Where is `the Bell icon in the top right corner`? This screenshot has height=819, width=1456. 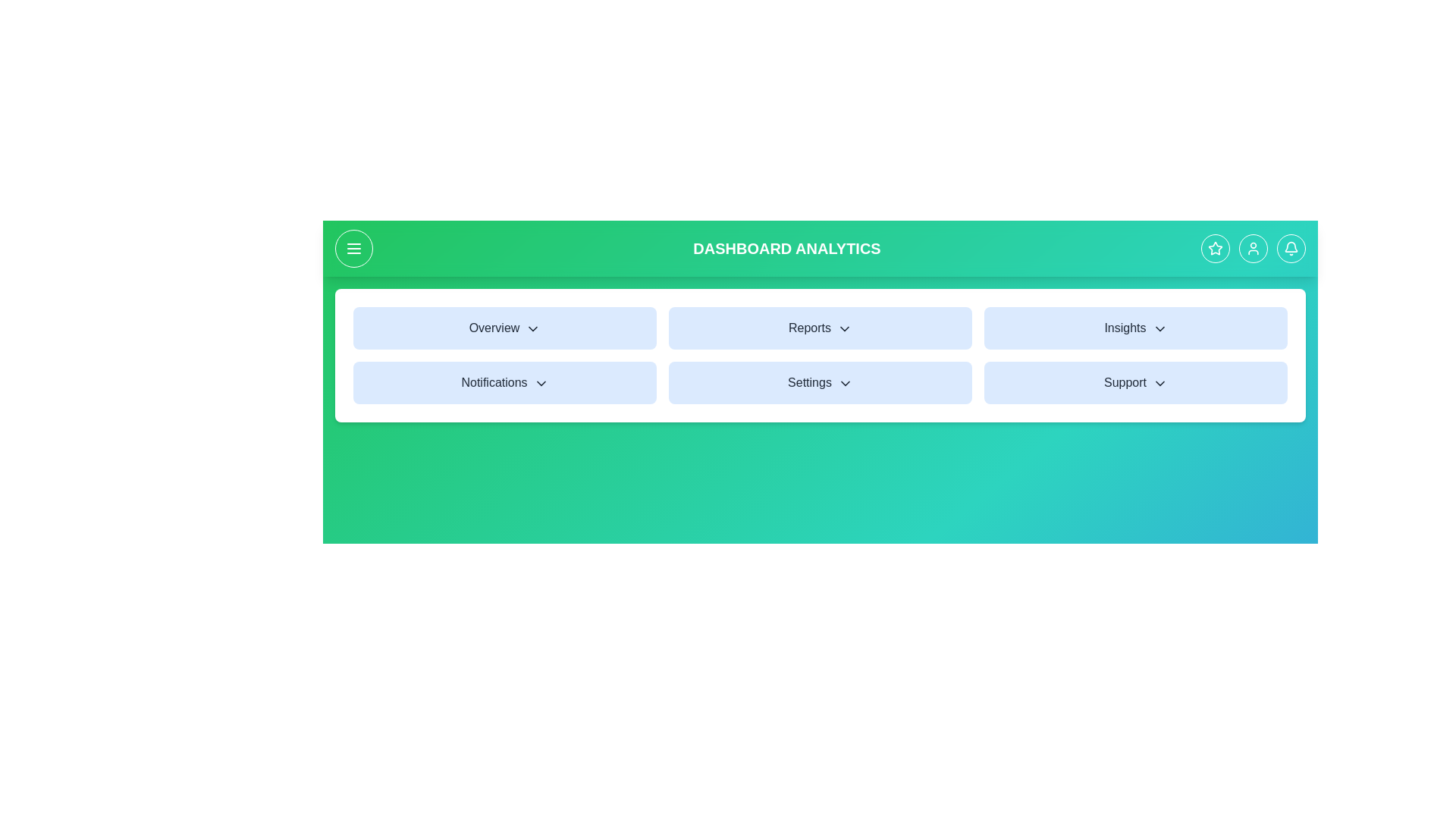 the Bell icon in the top right corner is located at coordinates (1291, 247).